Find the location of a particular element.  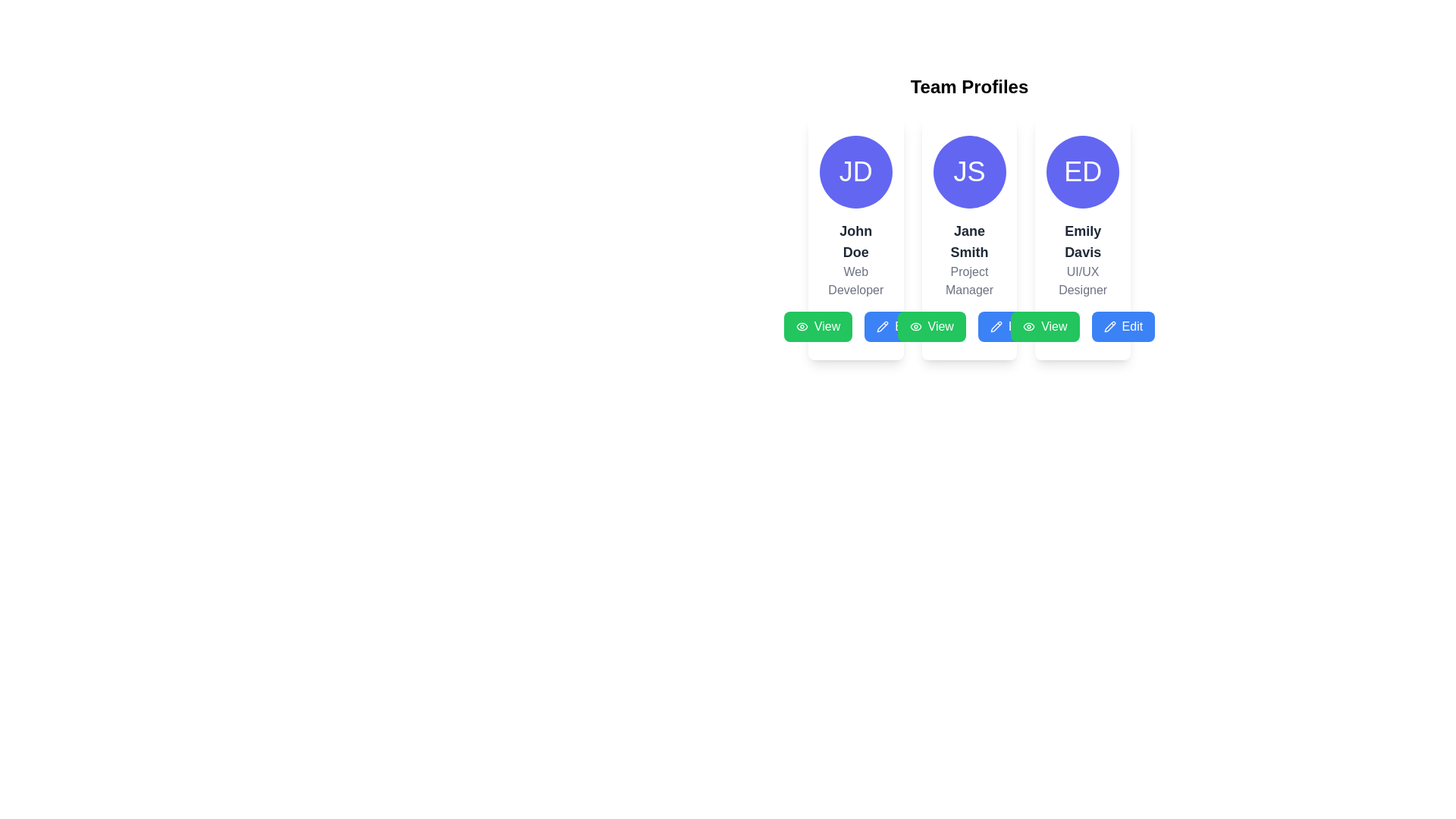

the avatar or text of the user profile card located in the 'Team Profiles' section is located at coordinates (855, 239).